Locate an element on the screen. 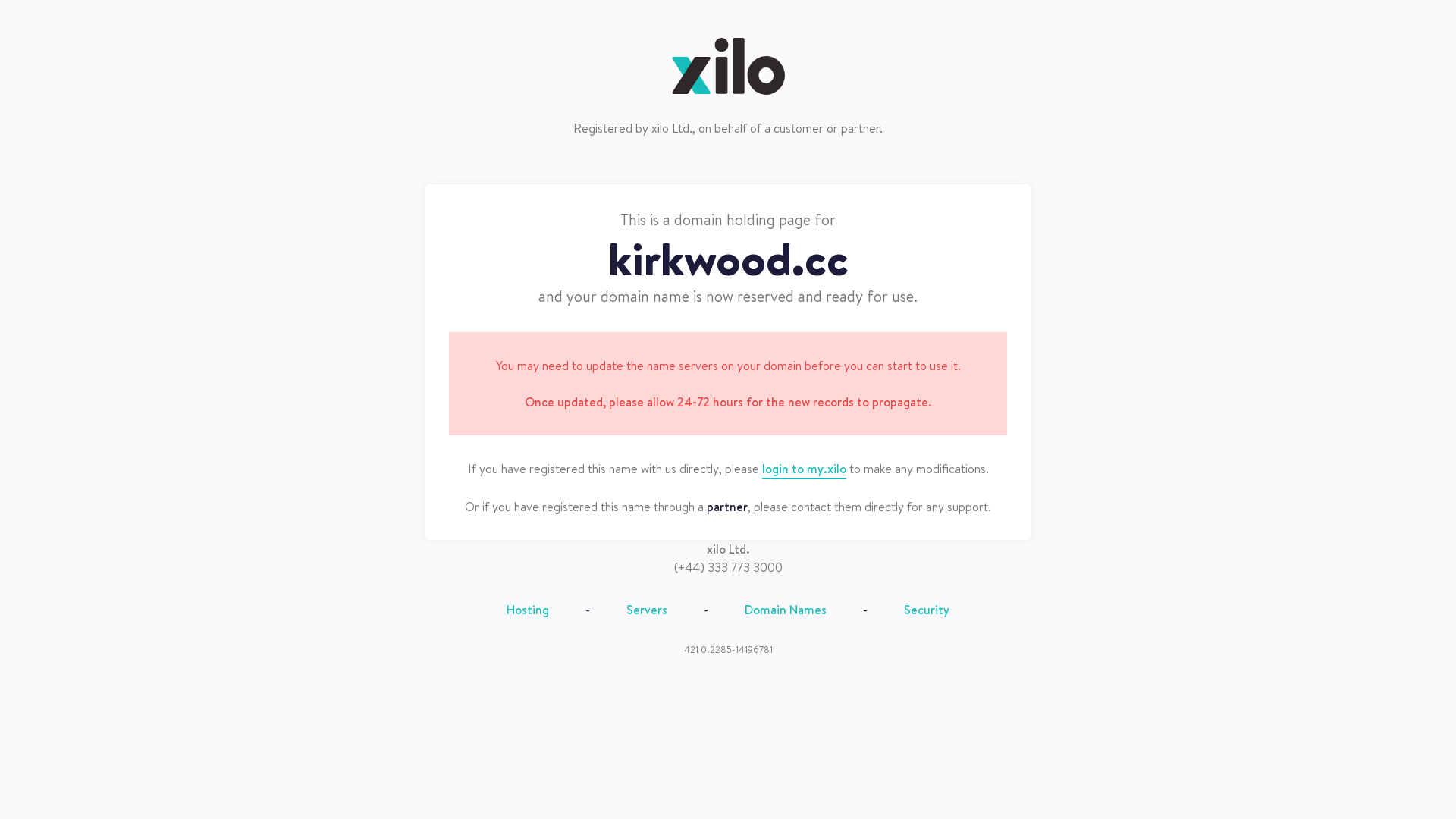  'Security' is located at coordinates (926, 608).